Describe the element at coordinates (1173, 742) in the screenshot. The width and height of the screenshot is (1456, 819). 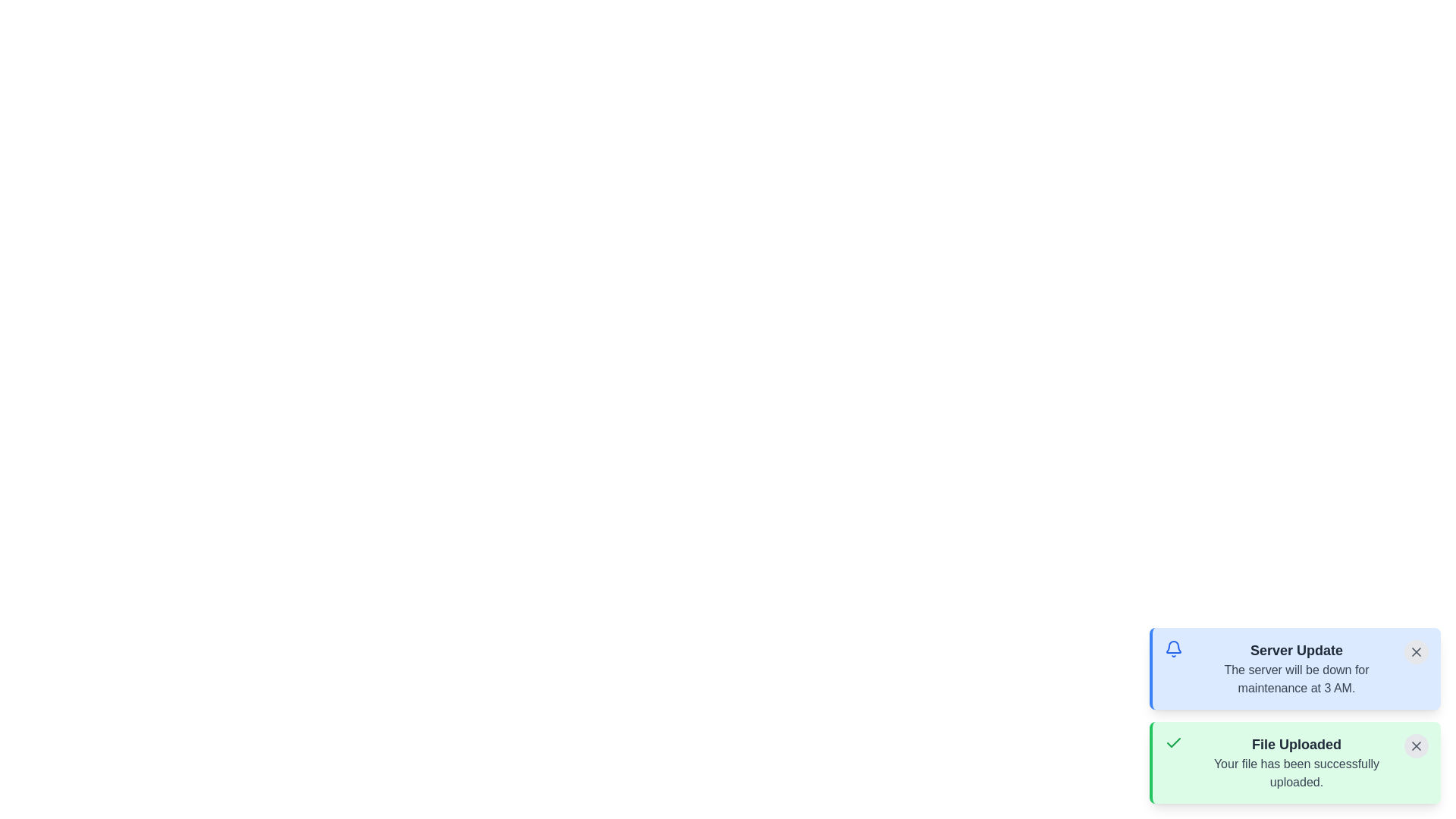
I see `the confirmation icon located at the top-left corner of the green notification card labeled 'File Uploaded', which indicates a success message` at that location.